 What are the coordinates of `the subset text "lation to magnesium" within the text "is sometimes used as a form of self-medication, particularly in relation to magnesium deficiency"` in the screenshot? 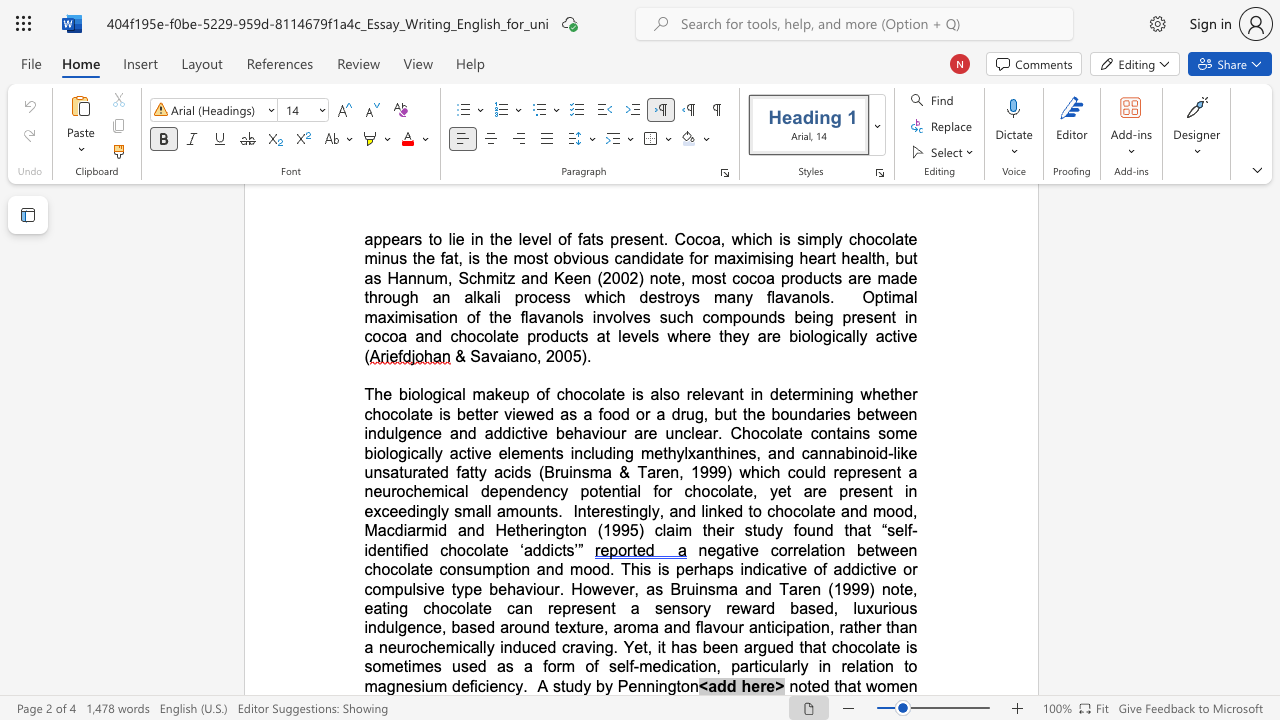 It's located at (855, 666).